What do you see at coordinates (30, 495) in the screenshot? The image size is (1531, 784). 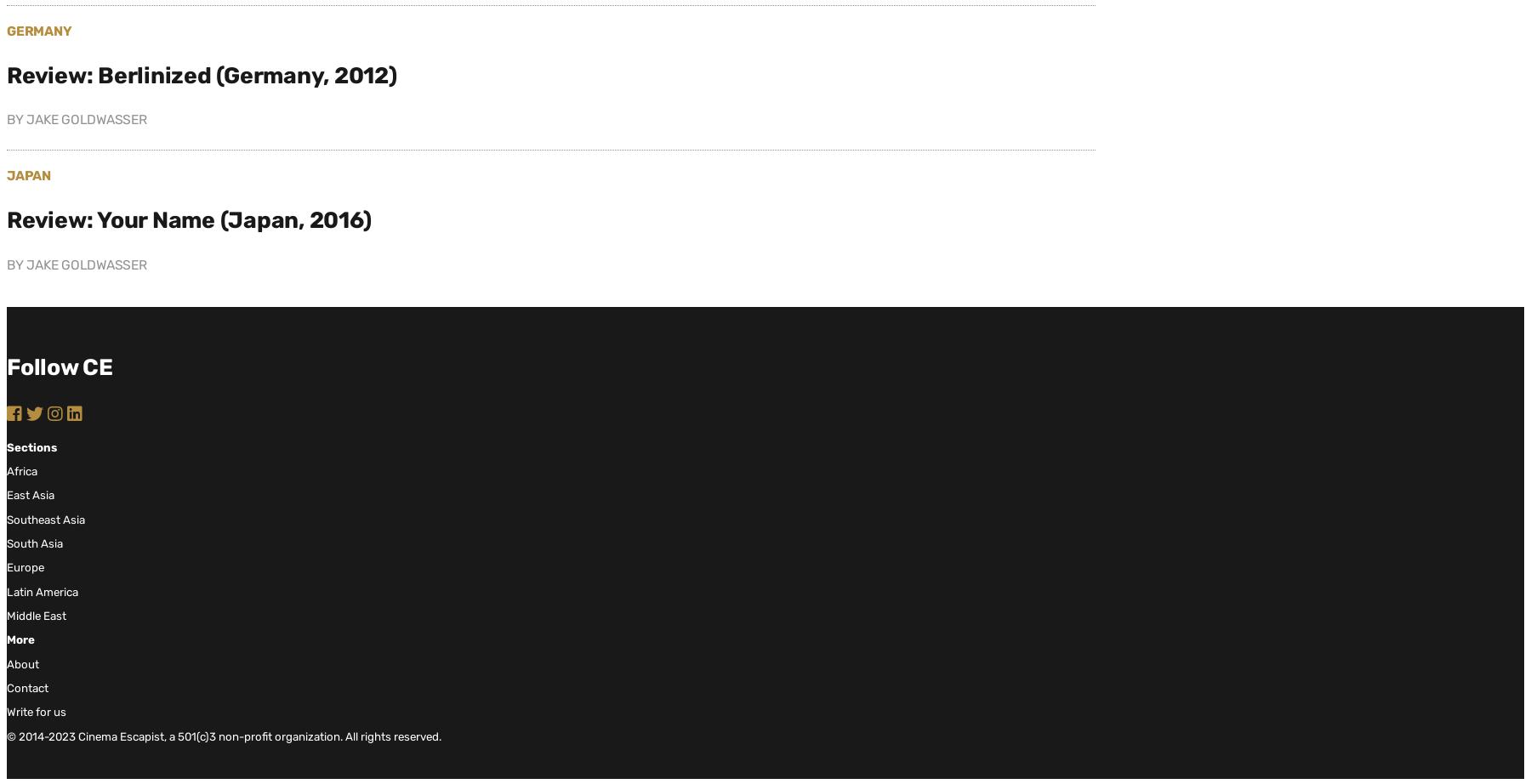 I see `'East Asia'` at bounding box center [30, 495].